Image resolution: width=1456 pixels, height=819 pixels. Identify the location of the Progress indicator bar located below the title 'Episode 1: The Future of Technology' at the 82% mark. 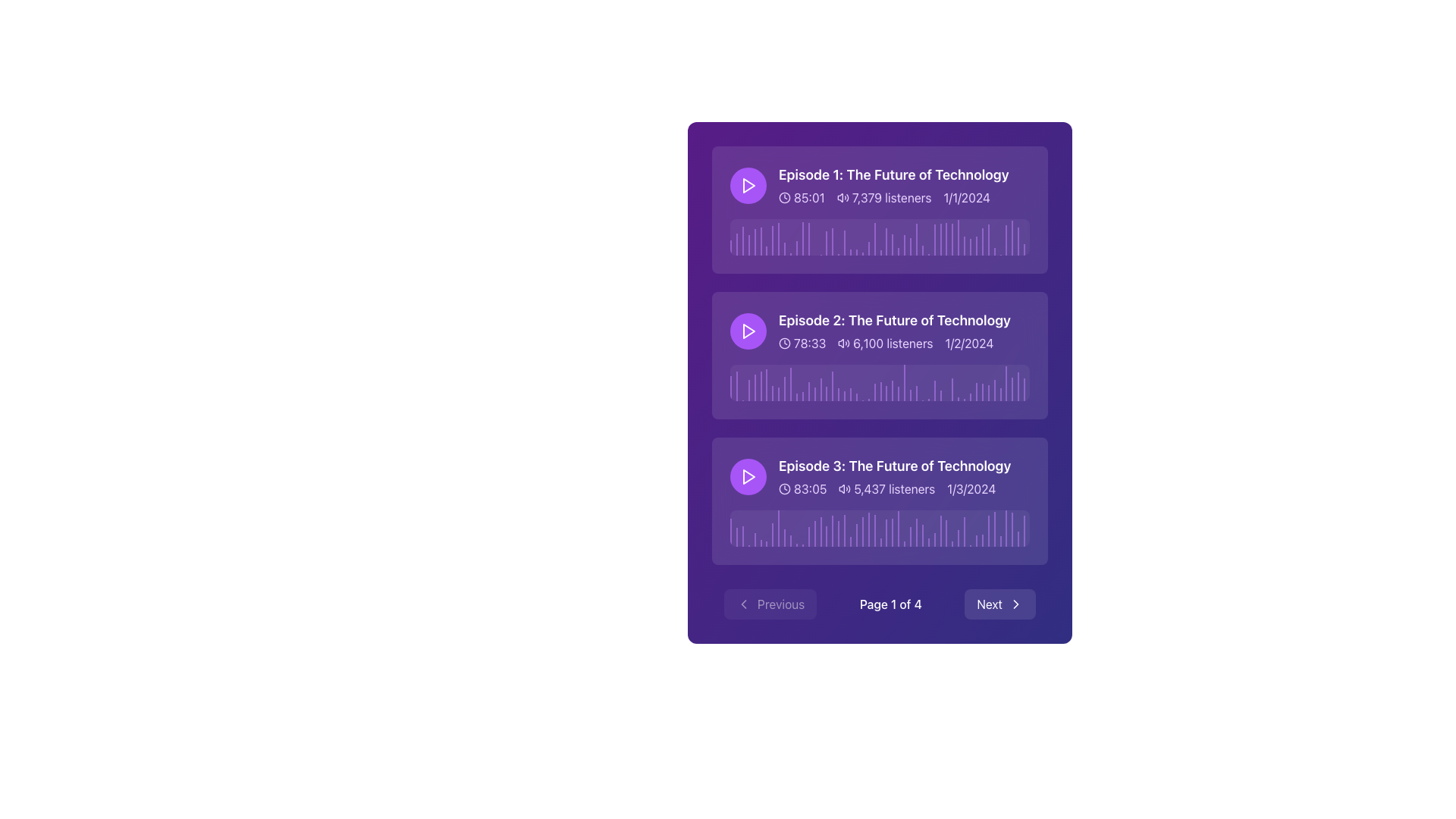
(976, 245).